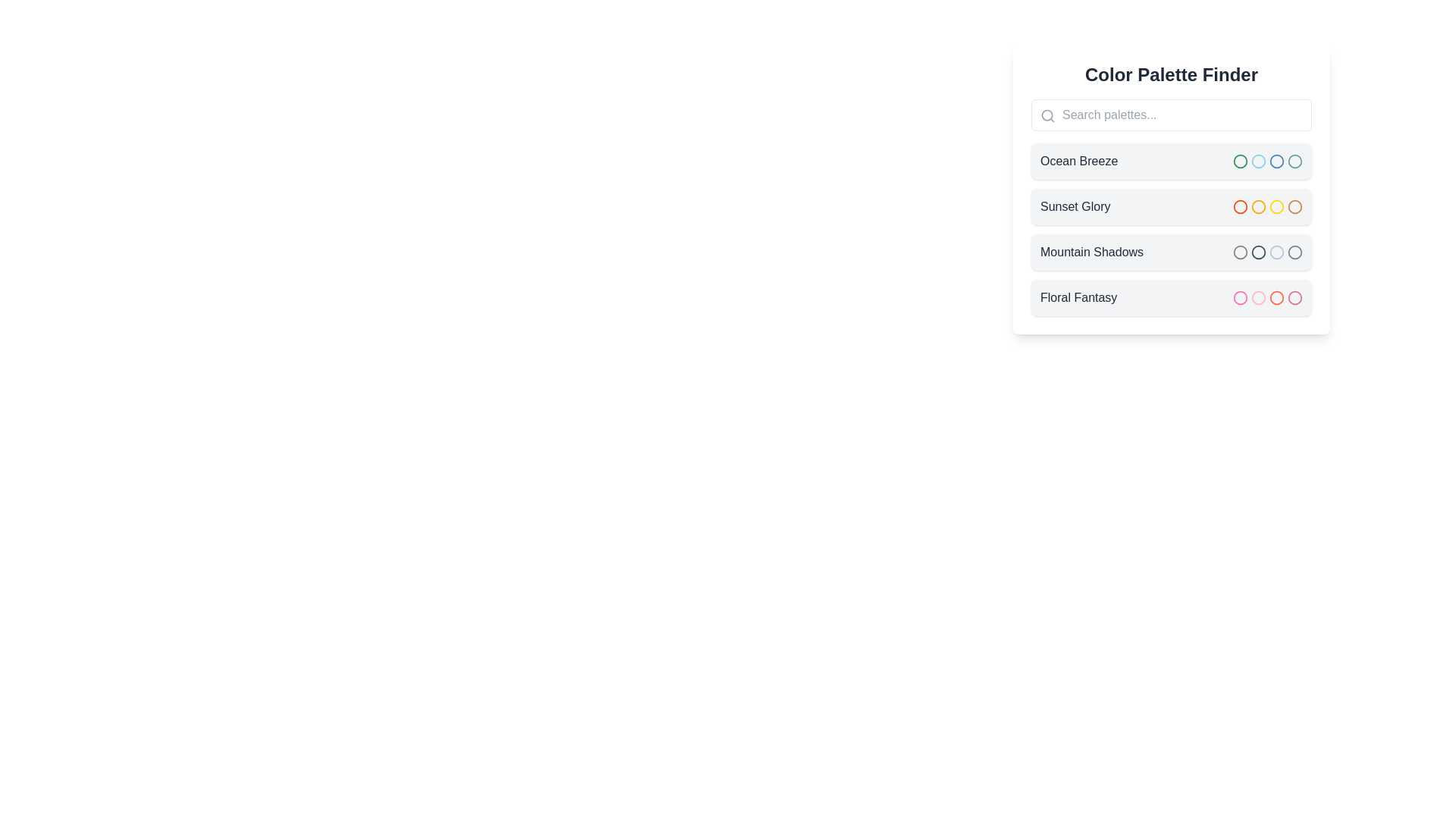  I want to click on an individual group in the color palette list, so click(1171, 230).